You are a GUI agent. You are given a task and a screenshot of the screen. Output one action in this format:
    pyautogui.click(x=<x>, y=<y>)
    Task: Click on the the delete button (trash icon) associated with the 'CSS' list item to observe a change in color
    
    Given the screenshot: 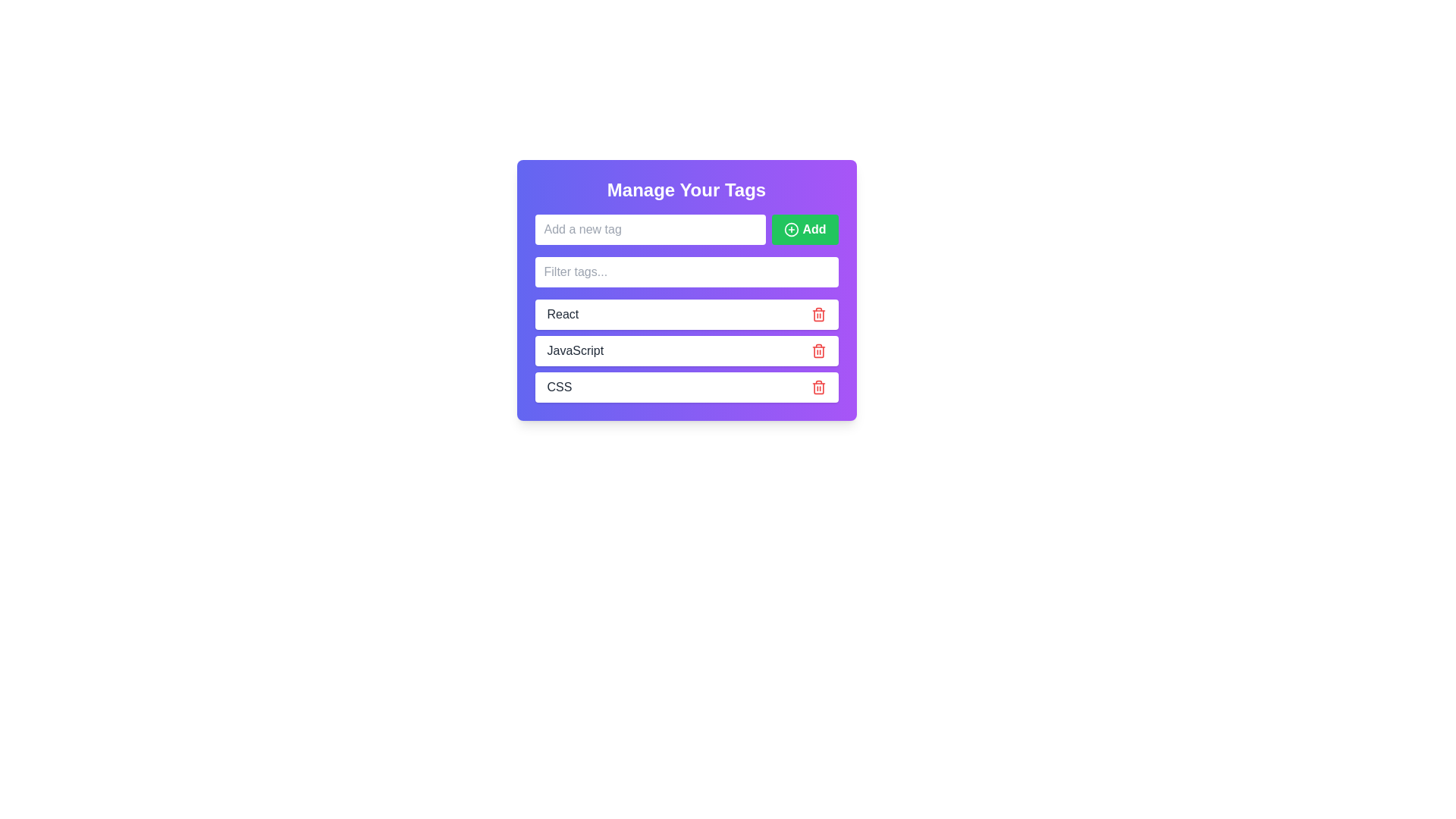 What is the action you would take?
    pyautogui.click(x=817, y=386)
    